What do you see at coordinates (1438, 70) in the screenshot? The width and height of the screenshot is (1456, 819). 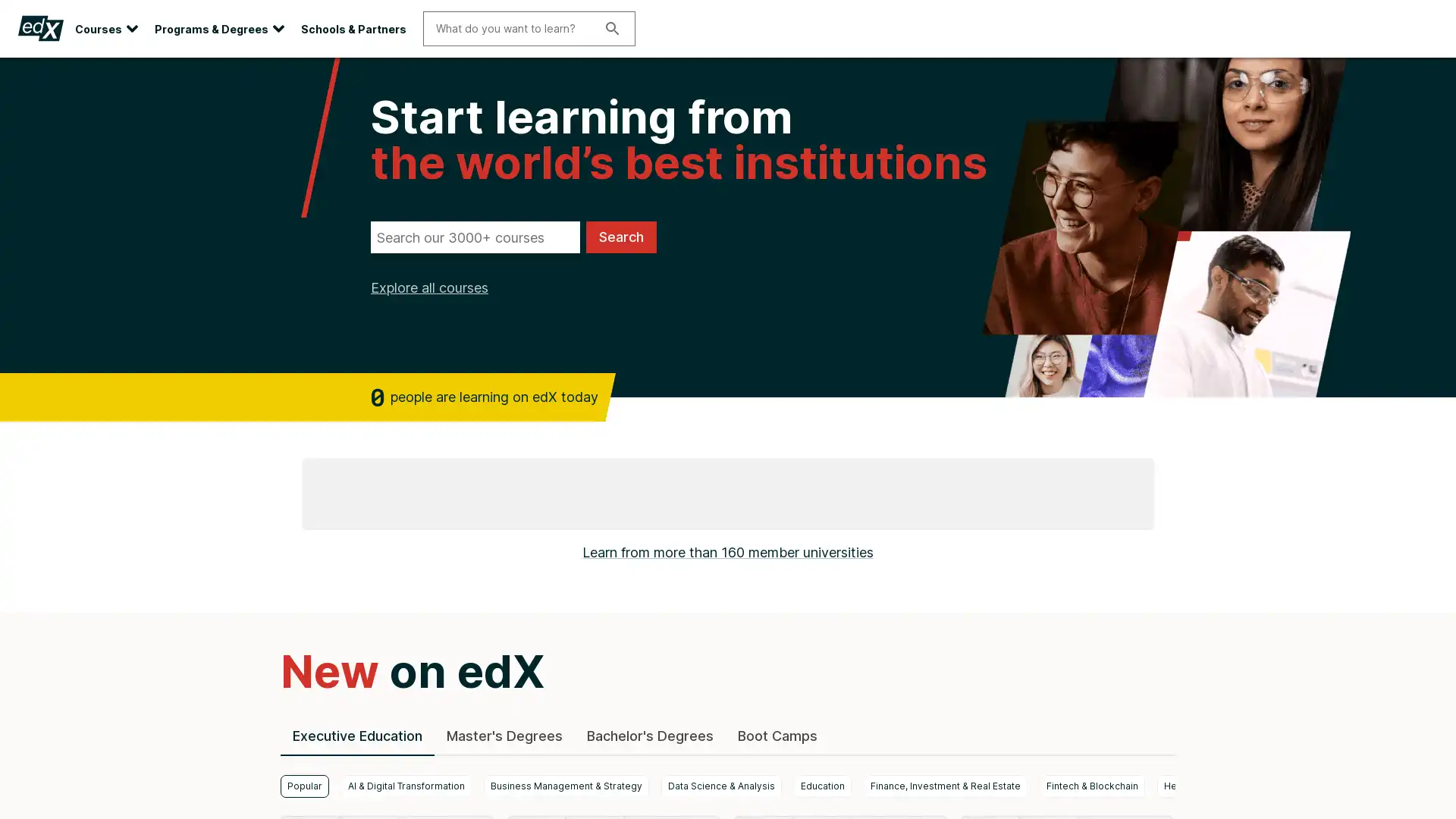 I see `Close site banner.` at bounding box center [1438, 70].